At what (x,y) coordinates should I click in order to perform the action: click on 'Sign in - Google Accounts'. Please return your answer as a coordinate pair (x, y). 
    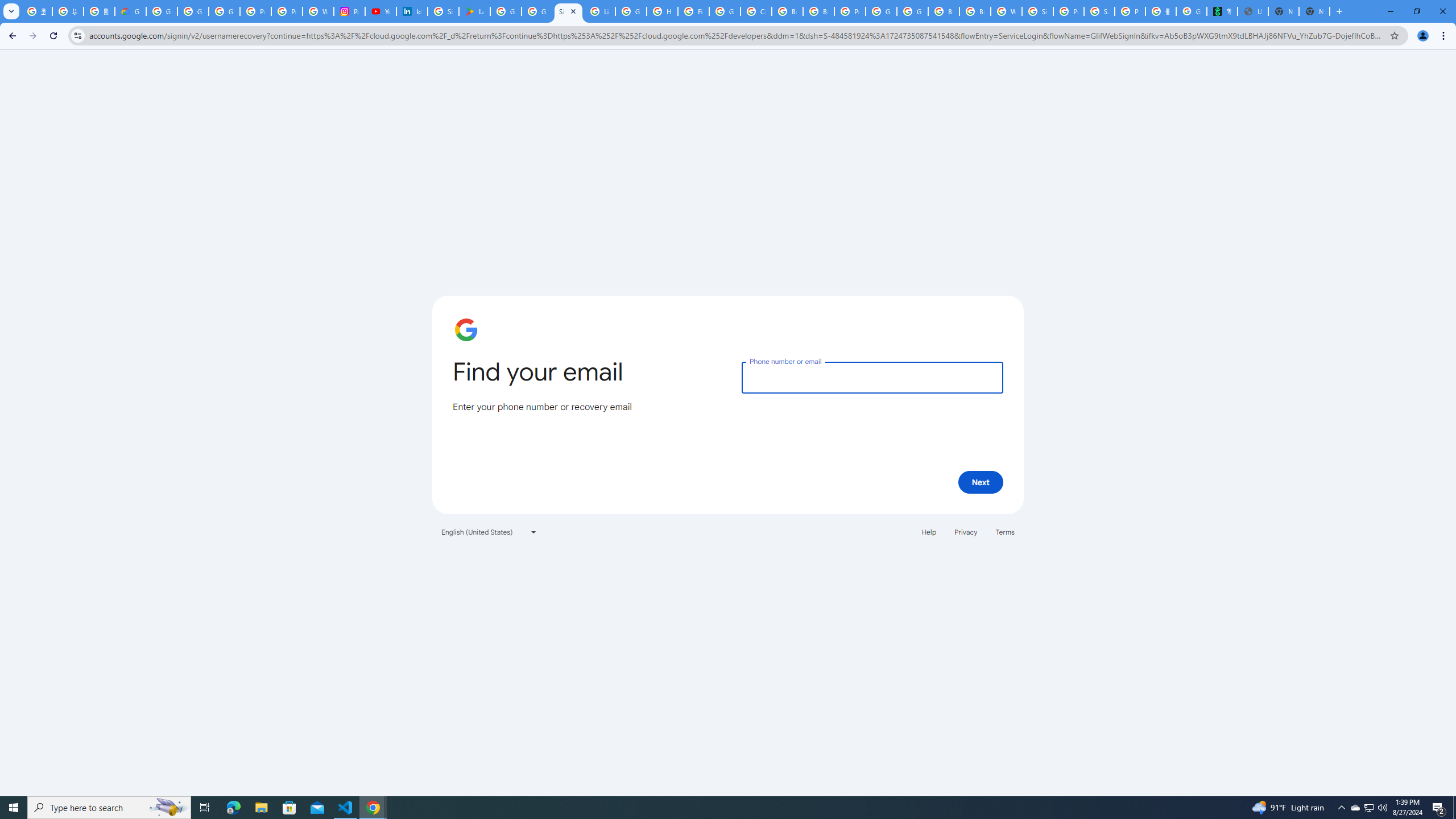
    Looking at the image, I should click on (568, 11).